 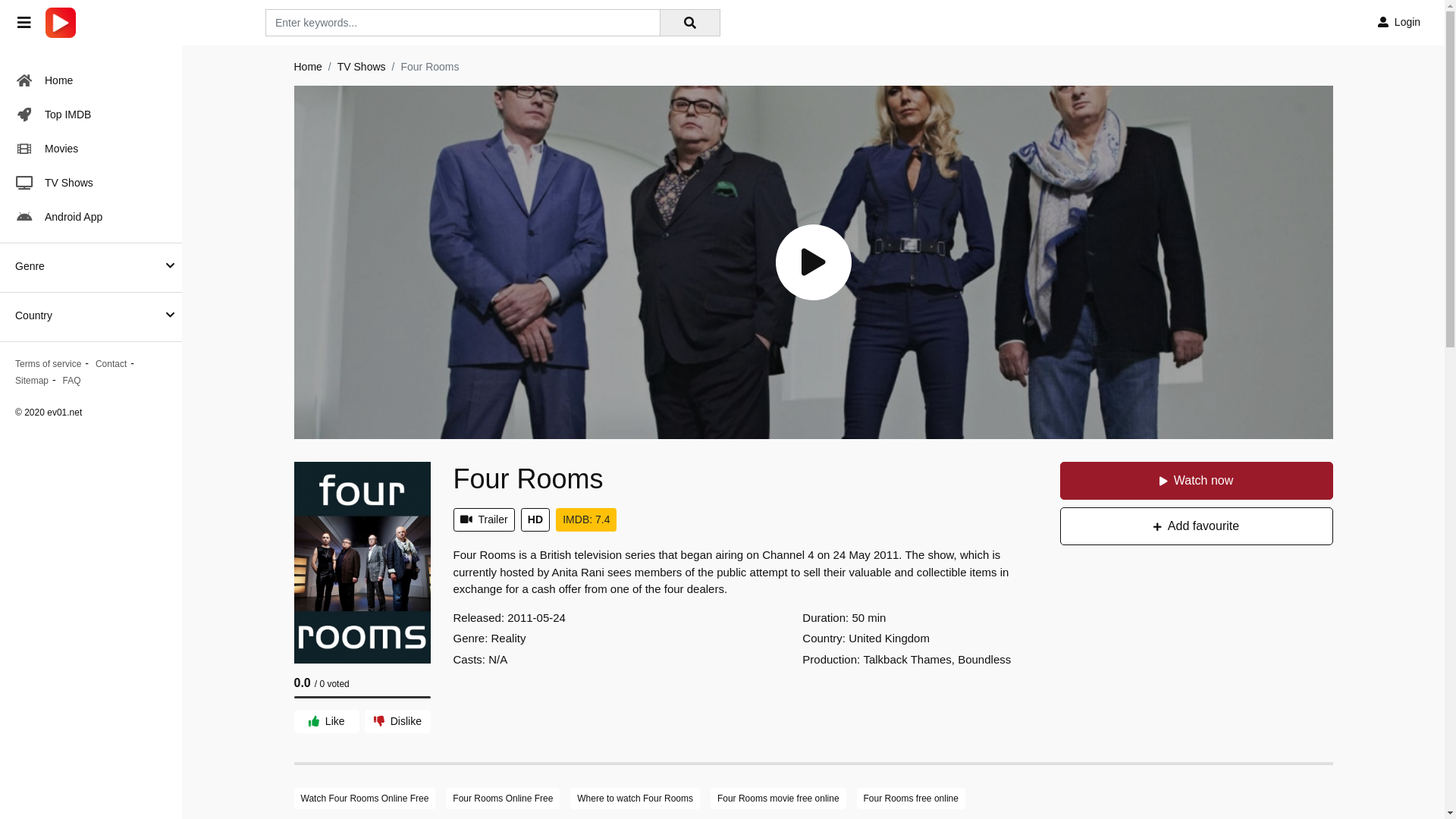 What do you see at coordinates (509, 638) in the screenshot?
I see `'Reality'` at bounding box center [509, 638].